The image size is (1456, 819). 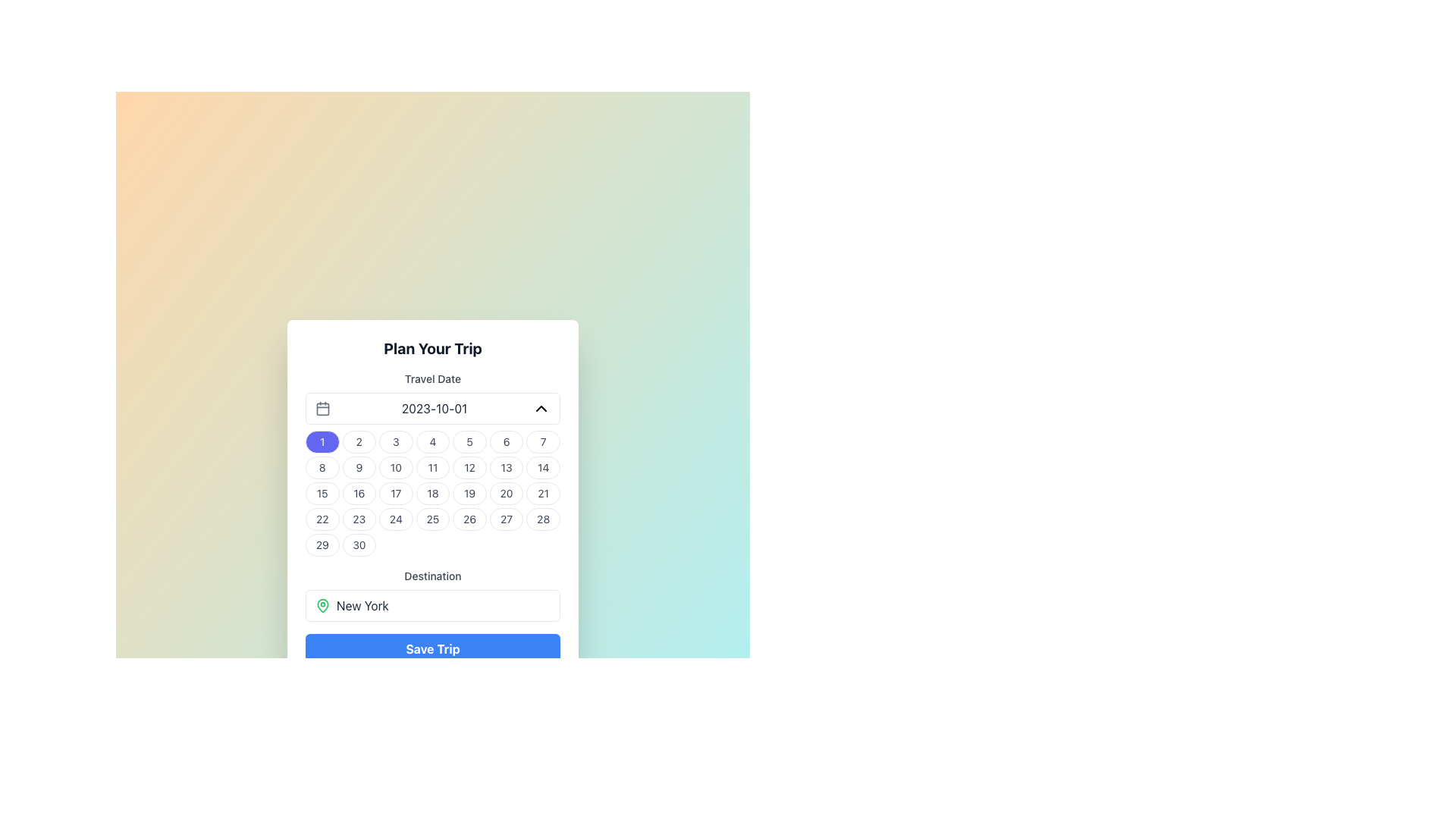 What do you see at coordinates (543, 494) in the screenshot?
I see `the interactive button for selecting the date '21' in the calendar grid layout by moving the cursor to its center point` at bounding box center [543, 494].